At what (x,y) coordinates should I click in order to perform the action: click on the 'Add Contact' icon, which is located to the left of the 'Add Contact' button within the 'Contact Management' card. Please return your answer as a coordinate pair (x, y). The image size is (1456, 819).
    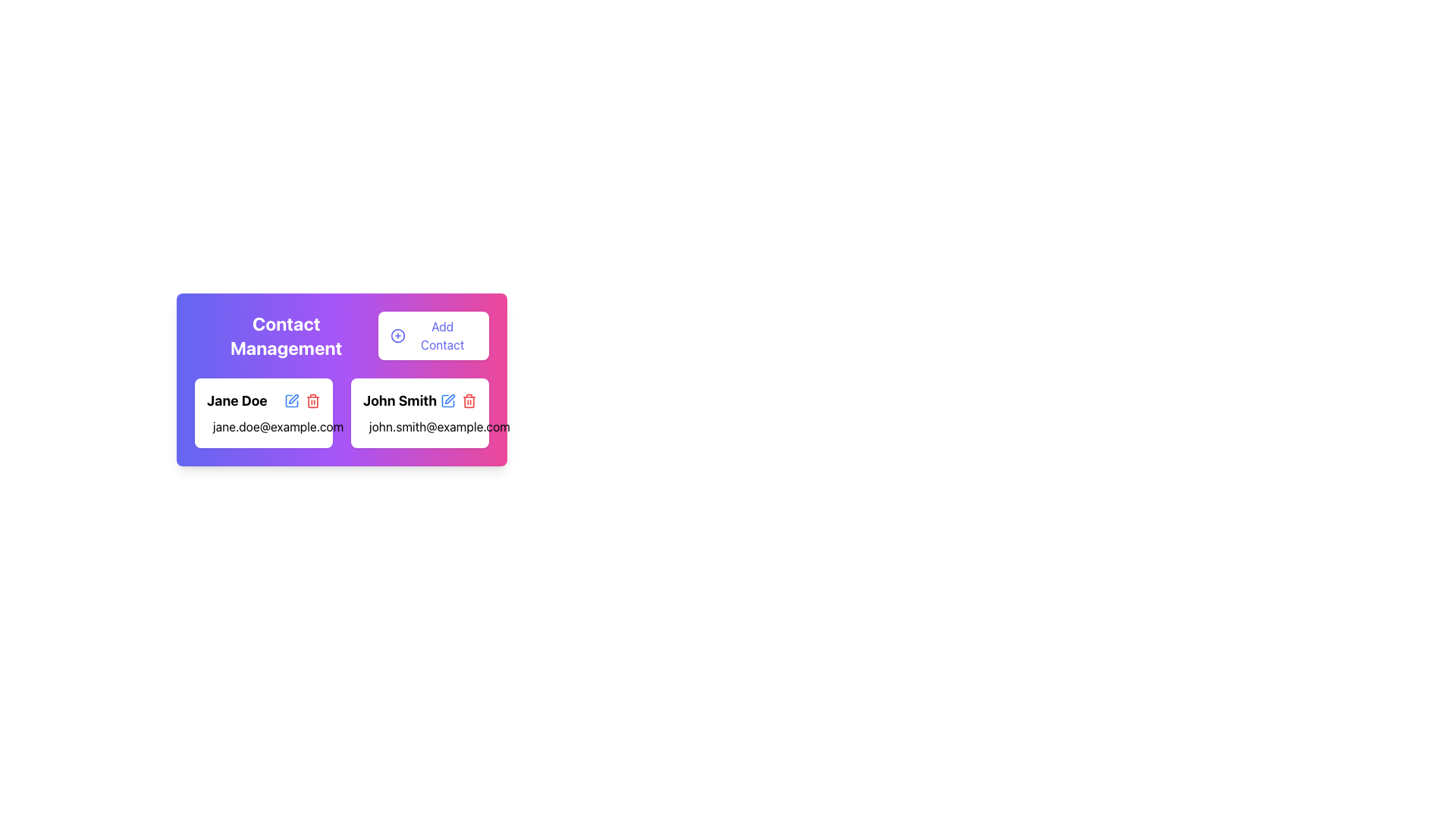
    Looking at the image, I should click on (397, 335).